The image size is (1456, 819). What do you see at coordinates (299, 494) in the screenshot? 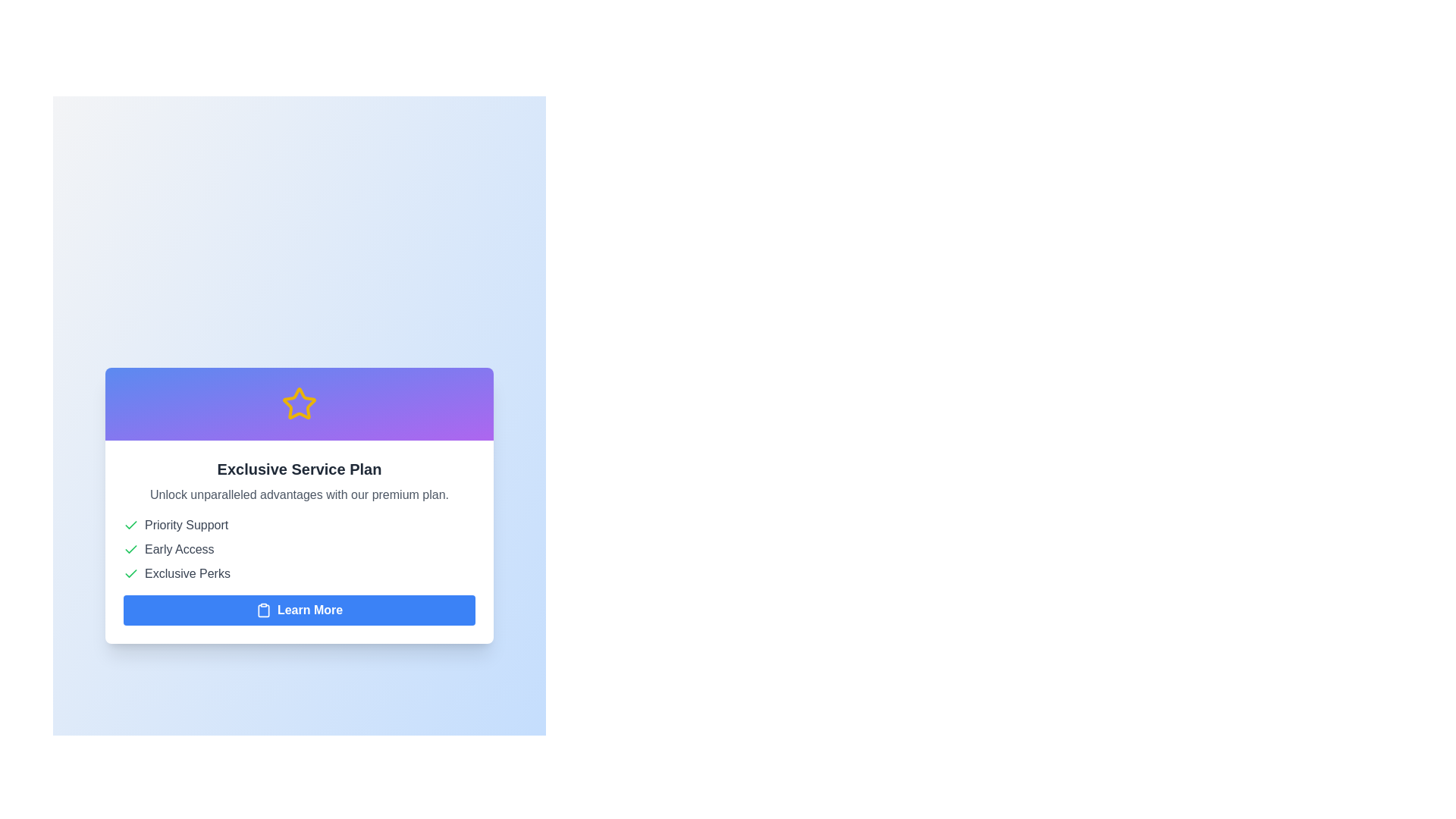
I see `the static text label that provides a summary of the benefits of the premium plan, positioned below the 'Exclusive Service Plan' header and above the bullet points describing features` at bounding box center [299, 494].